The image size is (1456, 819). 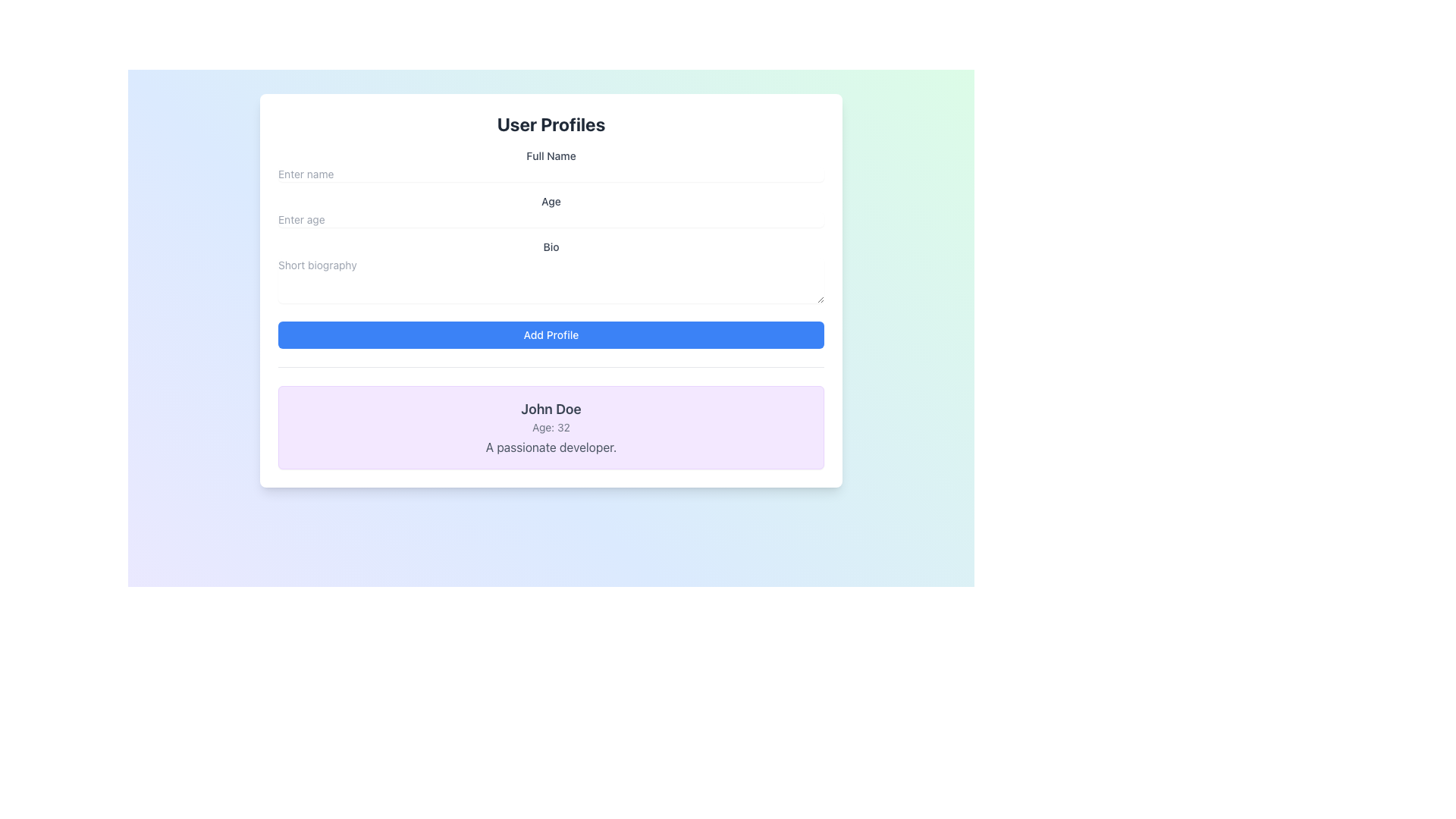 I want to click on the label identifying the expected user input as 'Age,' located in the upper center section of the interface above the text box with the placeholder 'Enter age.', so click(x=550, y=201).